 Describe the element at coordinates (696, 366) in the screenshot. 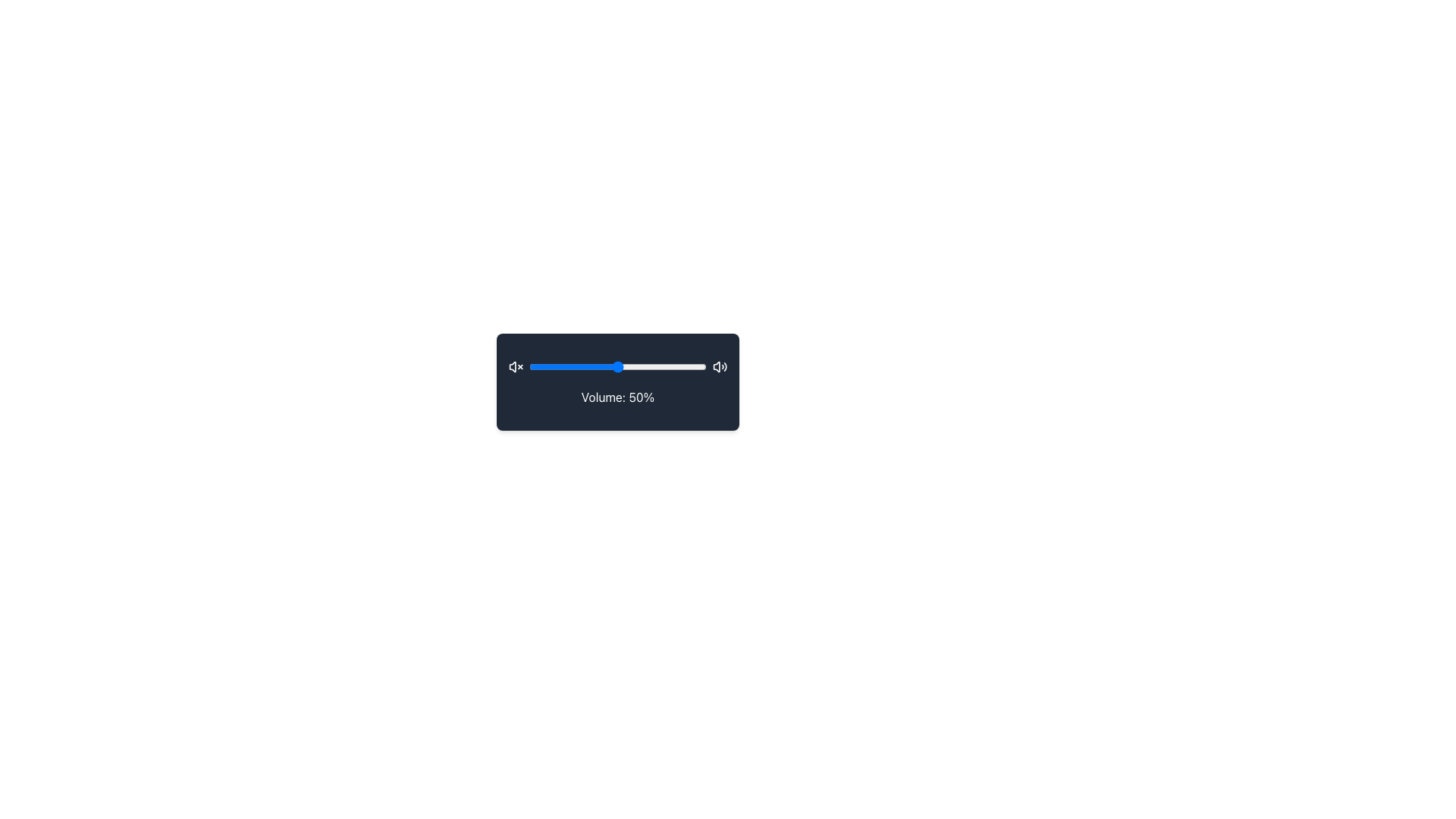

I see `the volume` at that location.